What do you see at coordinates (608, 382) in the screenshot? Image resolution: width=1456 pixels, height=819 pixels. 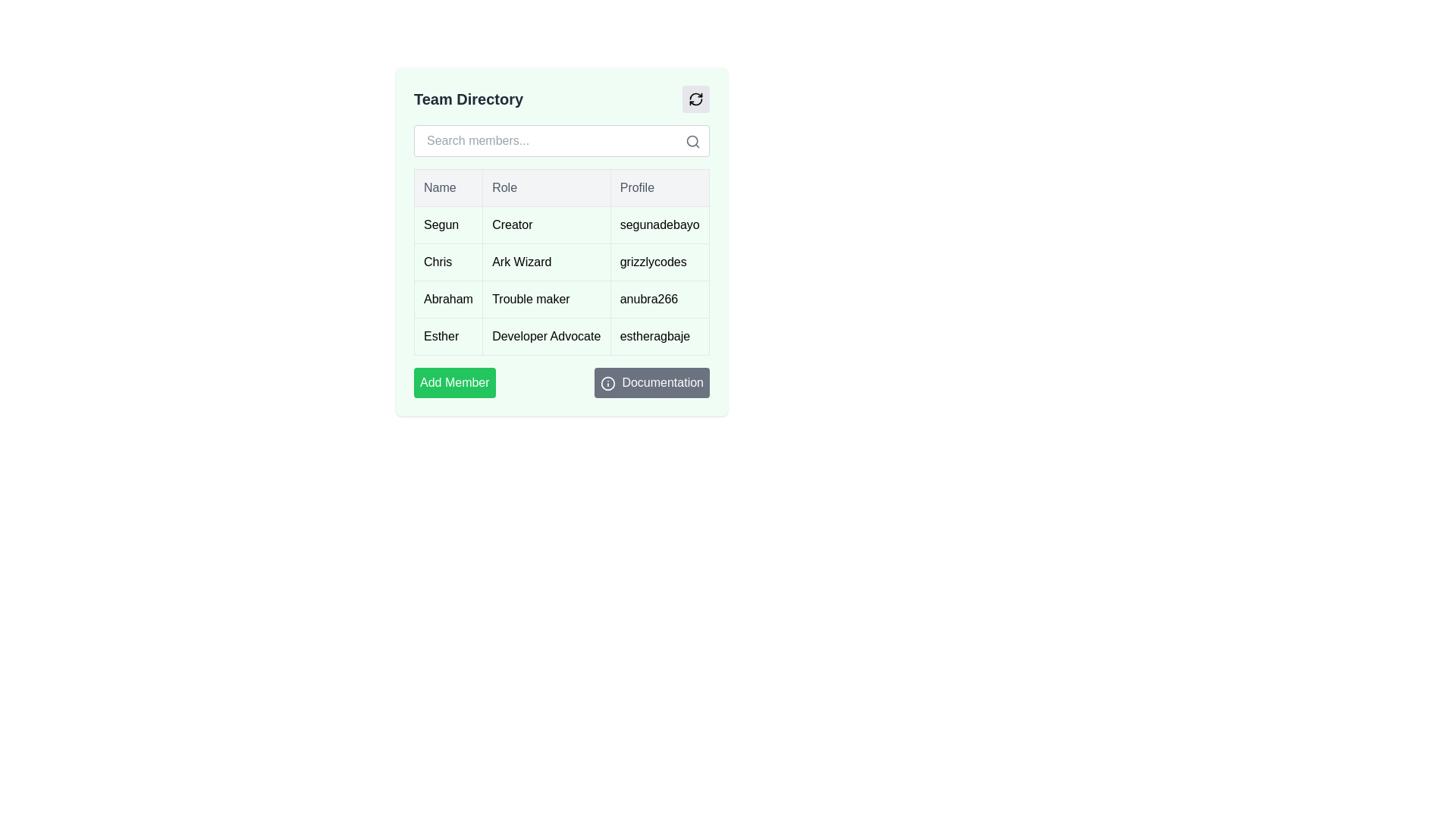 I see `the circular SVG element that is part of a composite icon, located in the bottom-right corner of the user interface card, next to the 'Documentation' button` at bounding box center [608, 382].